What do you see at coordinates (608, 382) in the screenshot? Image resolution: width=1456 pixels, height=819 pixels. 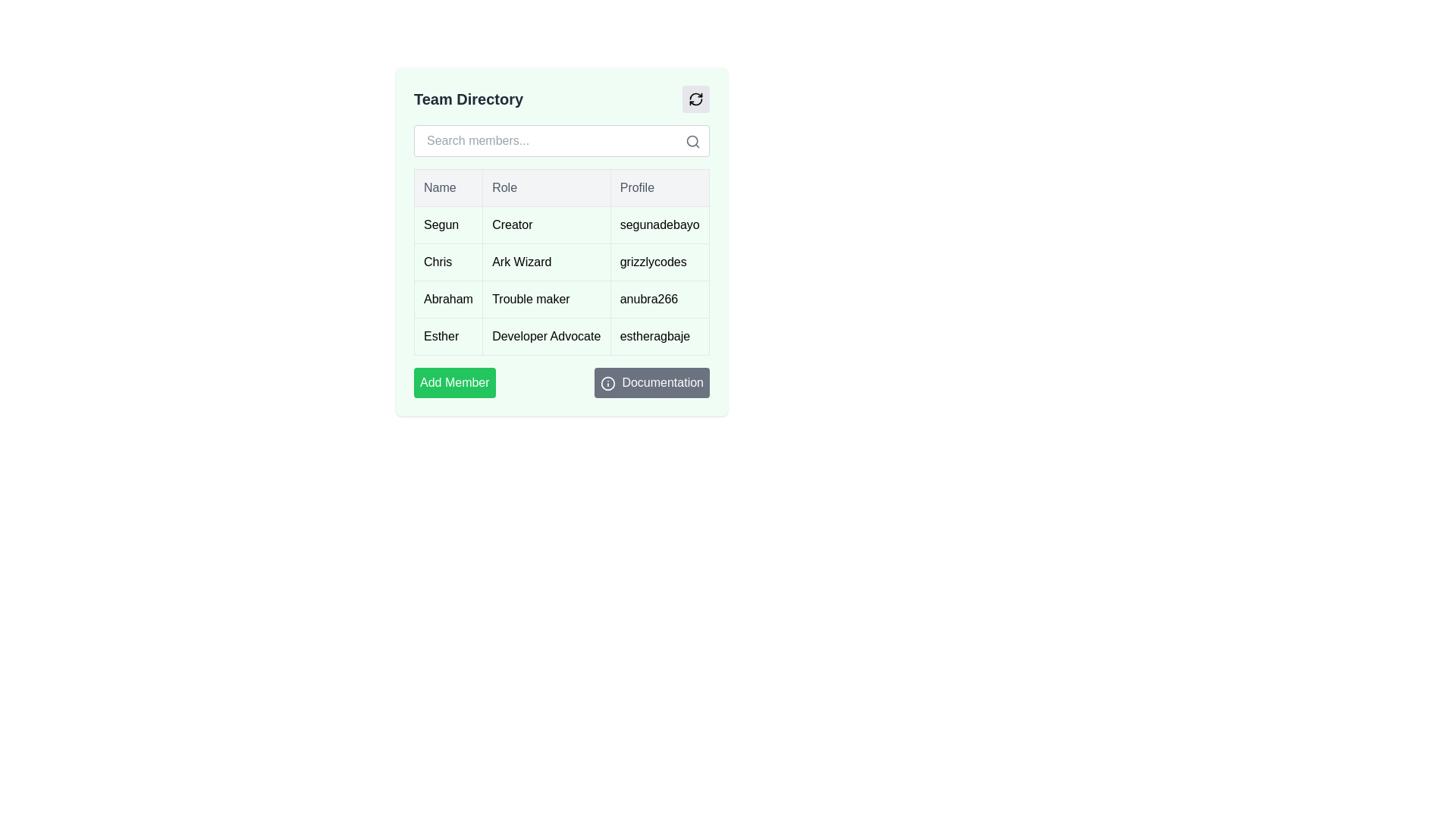 I see `the circular SVG element that is part of a composite icon, located in the bottom-right corner of the user interface card, next to the 'Documentation' button` at bounding box center [608, 382].